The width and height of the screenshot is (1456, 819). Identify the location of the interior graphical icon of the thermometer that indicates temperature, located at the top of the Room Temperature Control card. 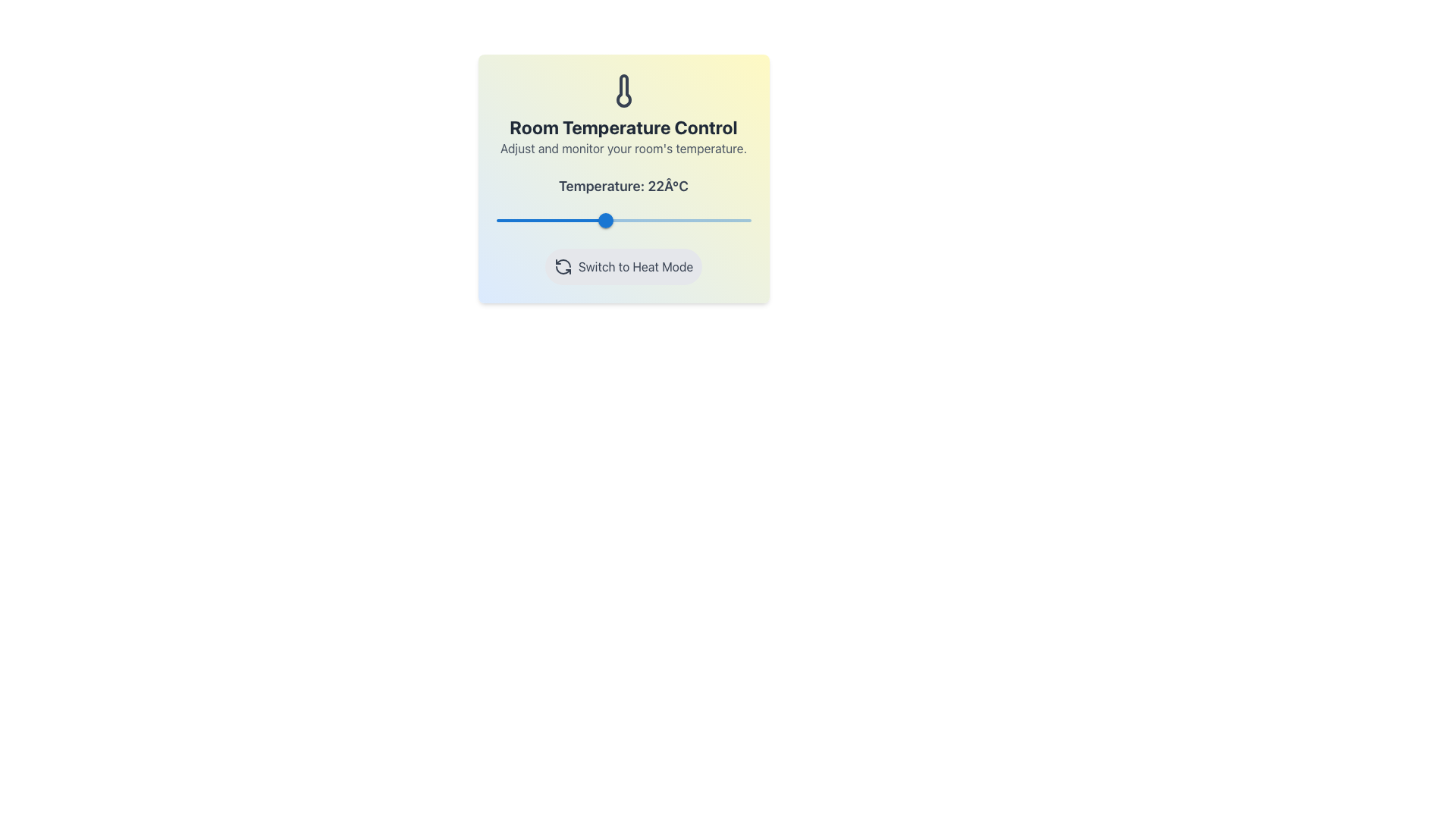
(623, 90).